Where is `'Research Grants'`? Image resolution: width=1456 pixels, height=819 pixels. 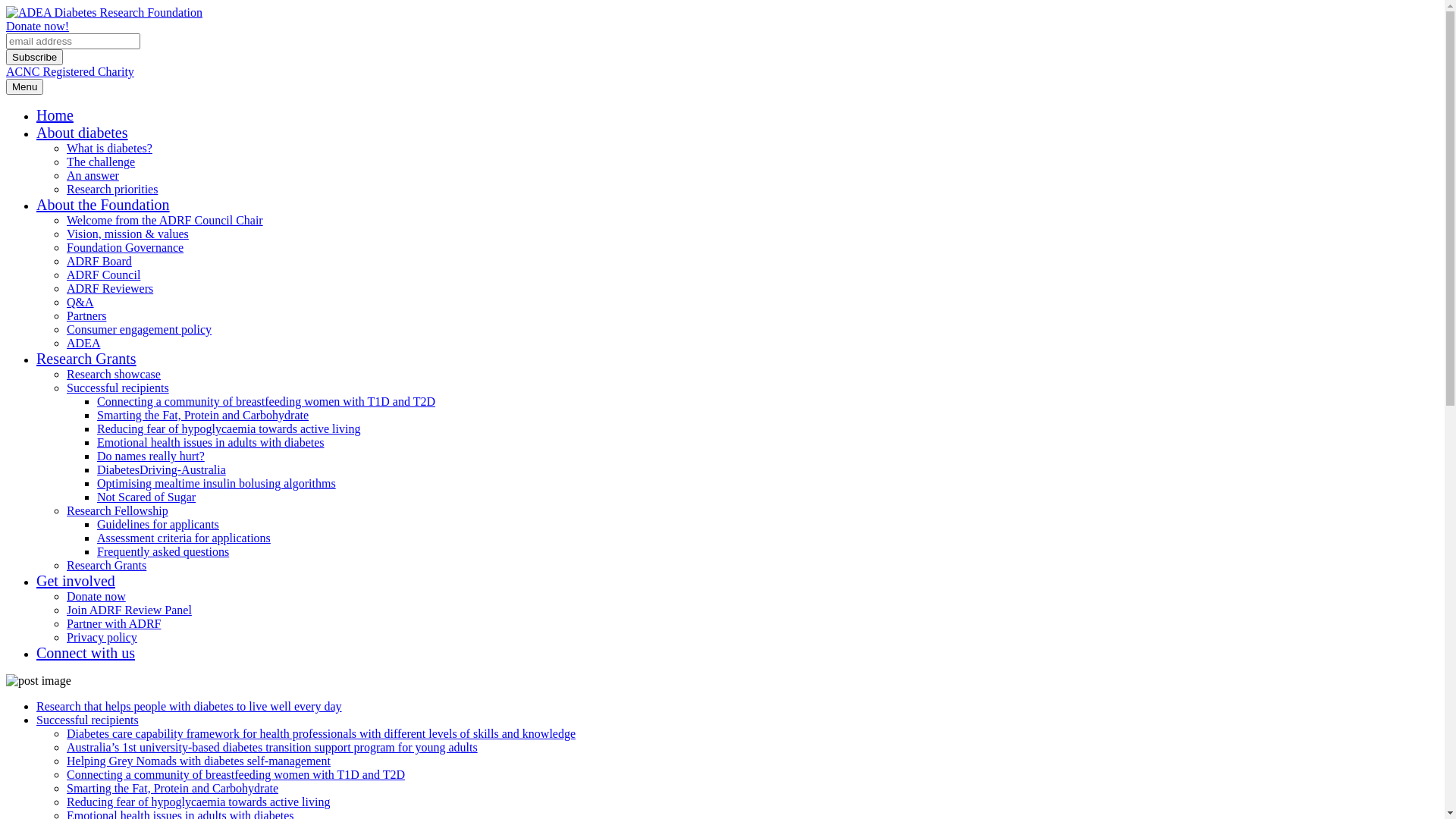 'Research Grants' is located at coordinates (105, 565).